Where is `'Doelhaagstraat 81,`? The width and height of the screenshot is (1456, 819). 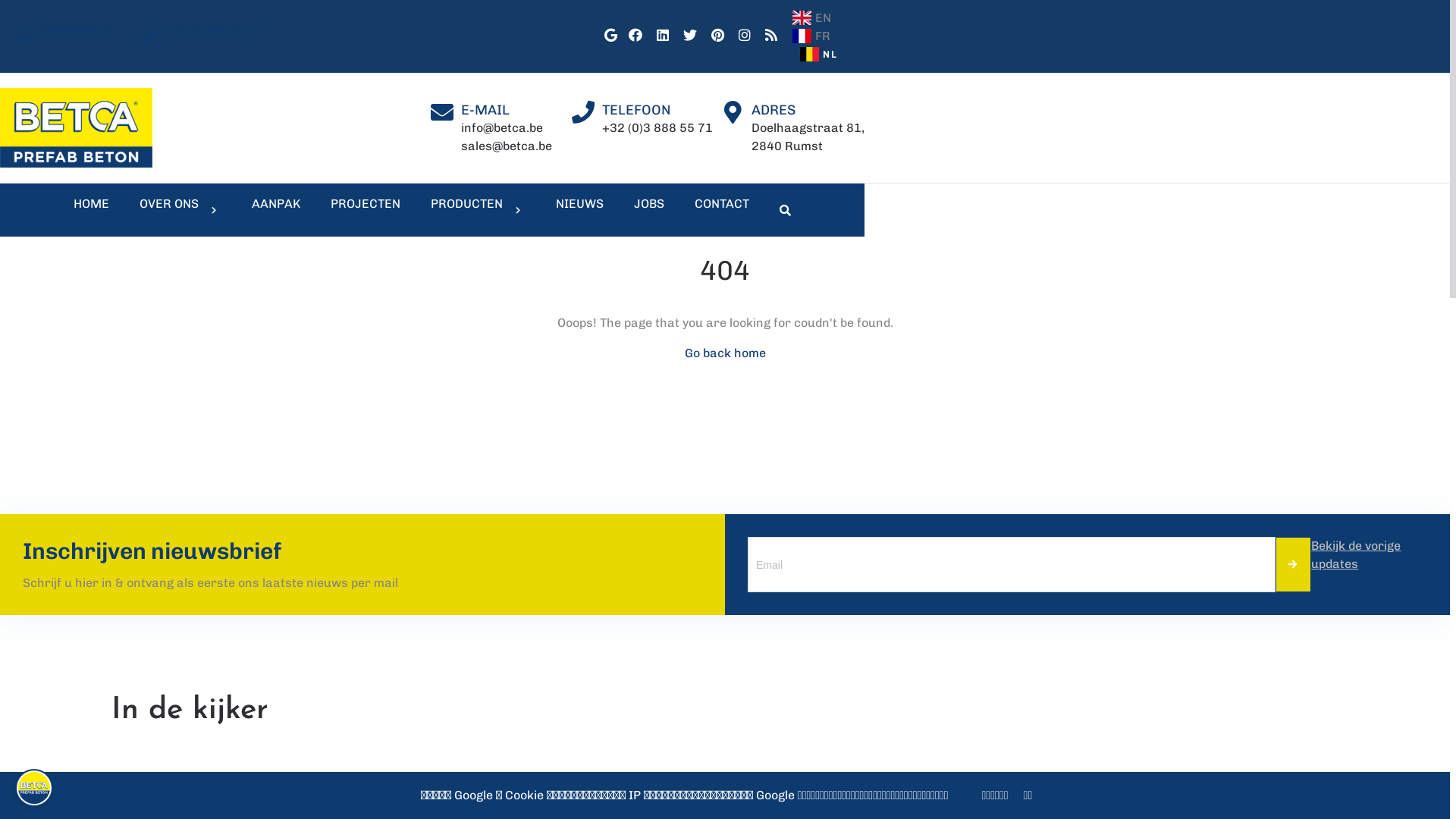
'Doelhaagstraat 81, is located at coordinates (751, 136).